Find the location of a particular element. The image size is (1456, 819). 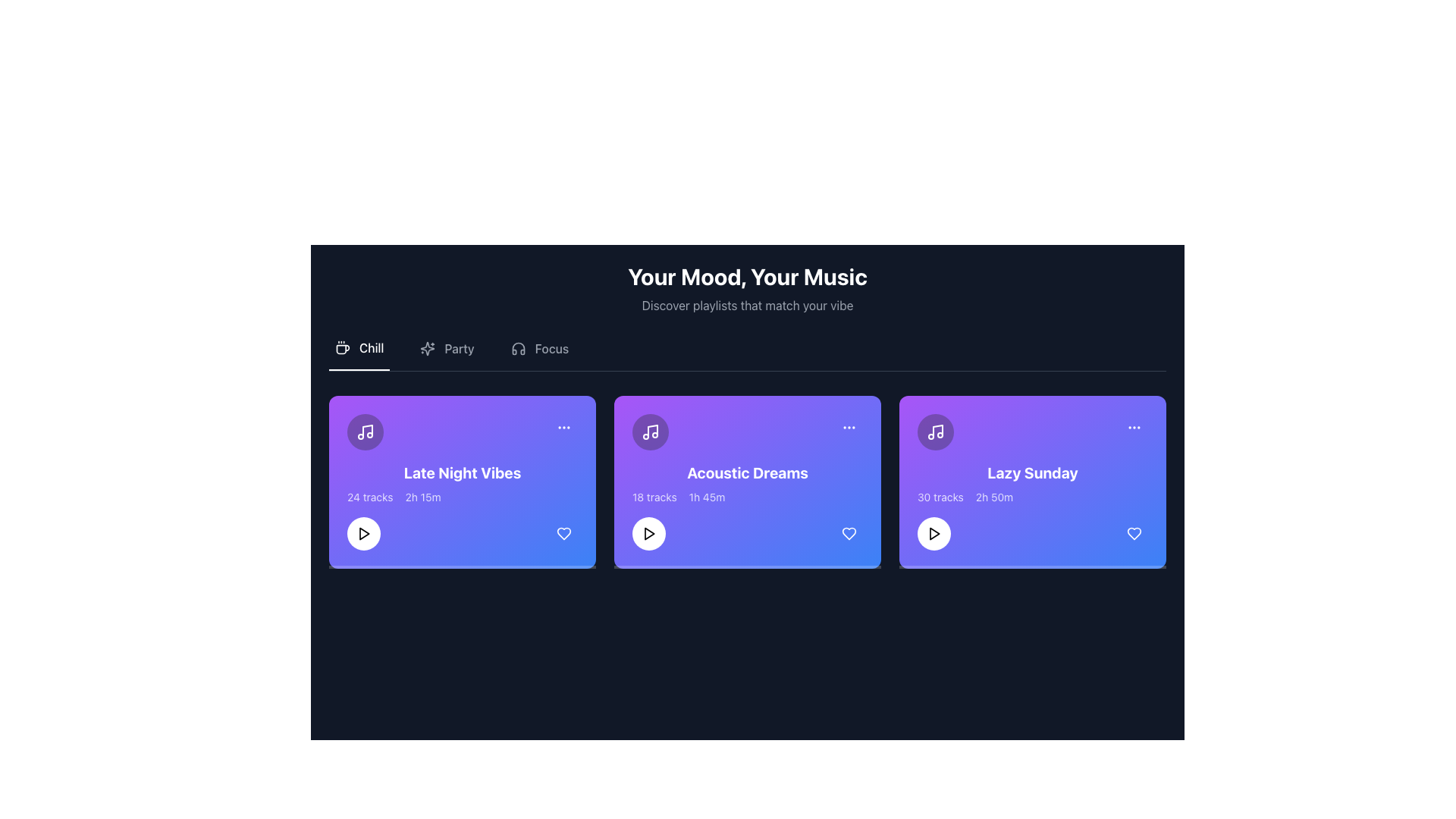

the prominent white circular button with a black play icon located in the center of the middle card is located at coordinates (648, 533).